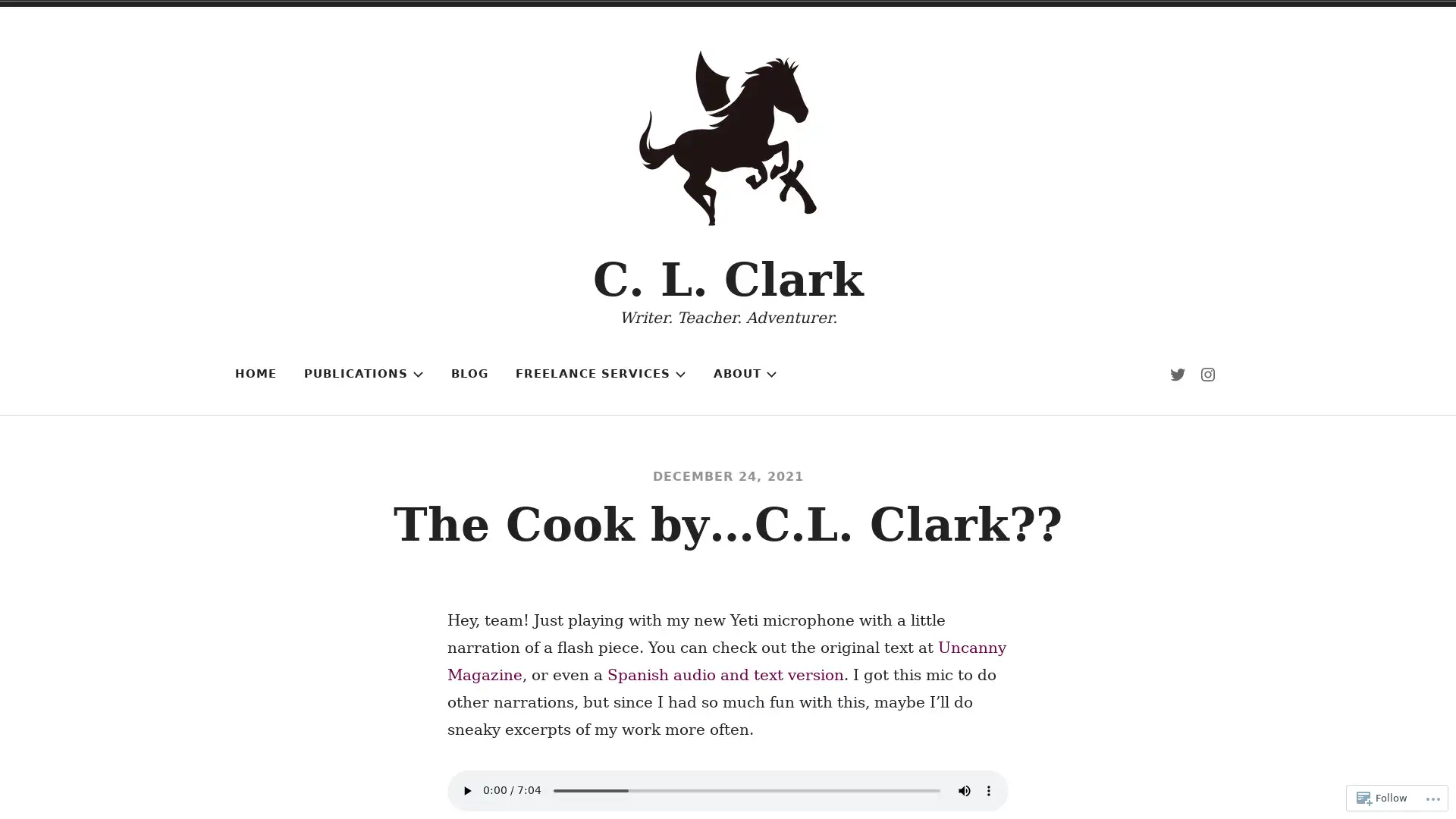  I want to click on play, so click(466, 789).